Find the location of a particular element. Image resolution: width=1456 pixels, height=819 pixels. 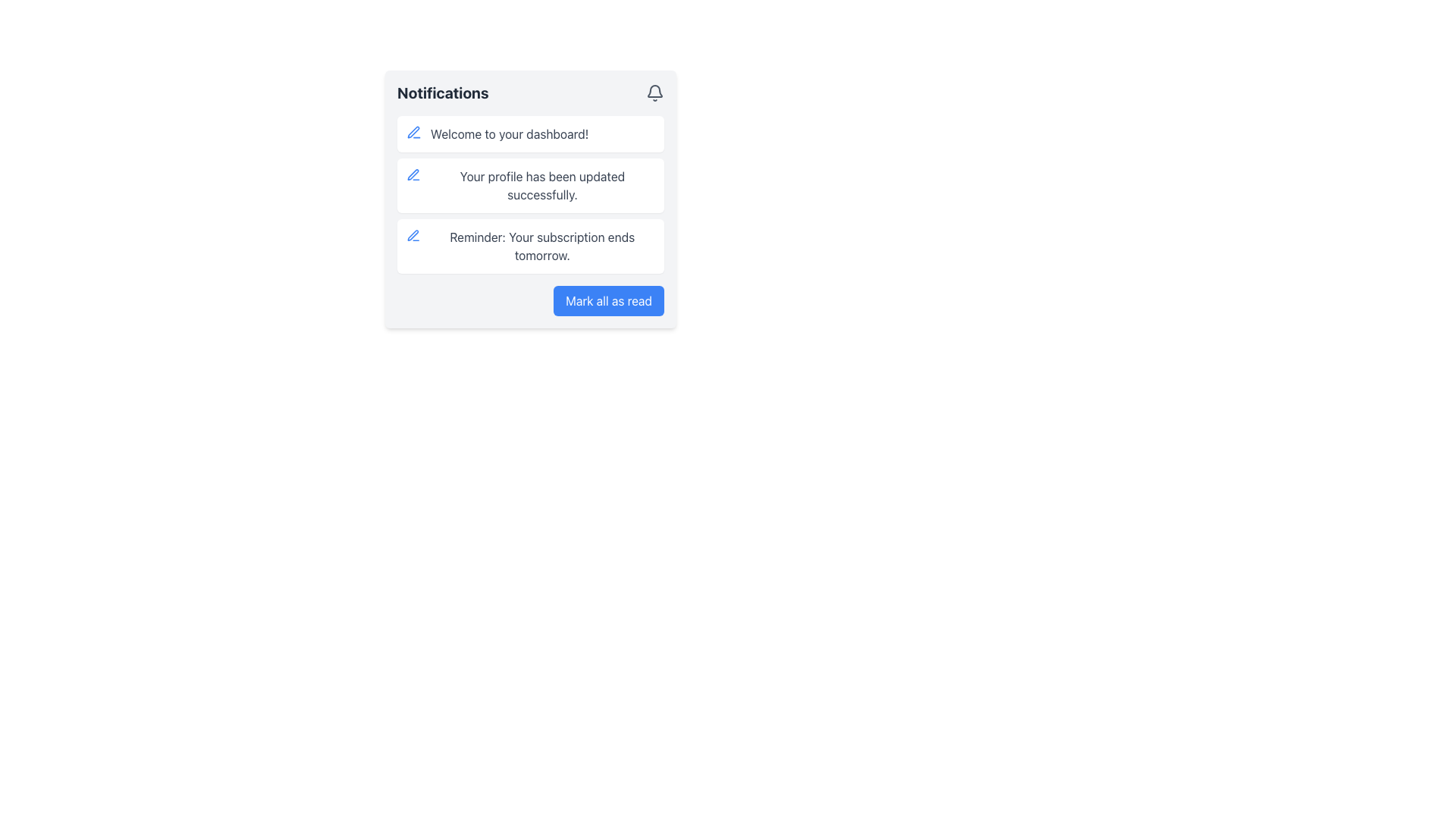

the blue pen icon located to the left of the notification message 'Reminder: Your subscription ends tomorrow.' is located at coordinates (413, 236).